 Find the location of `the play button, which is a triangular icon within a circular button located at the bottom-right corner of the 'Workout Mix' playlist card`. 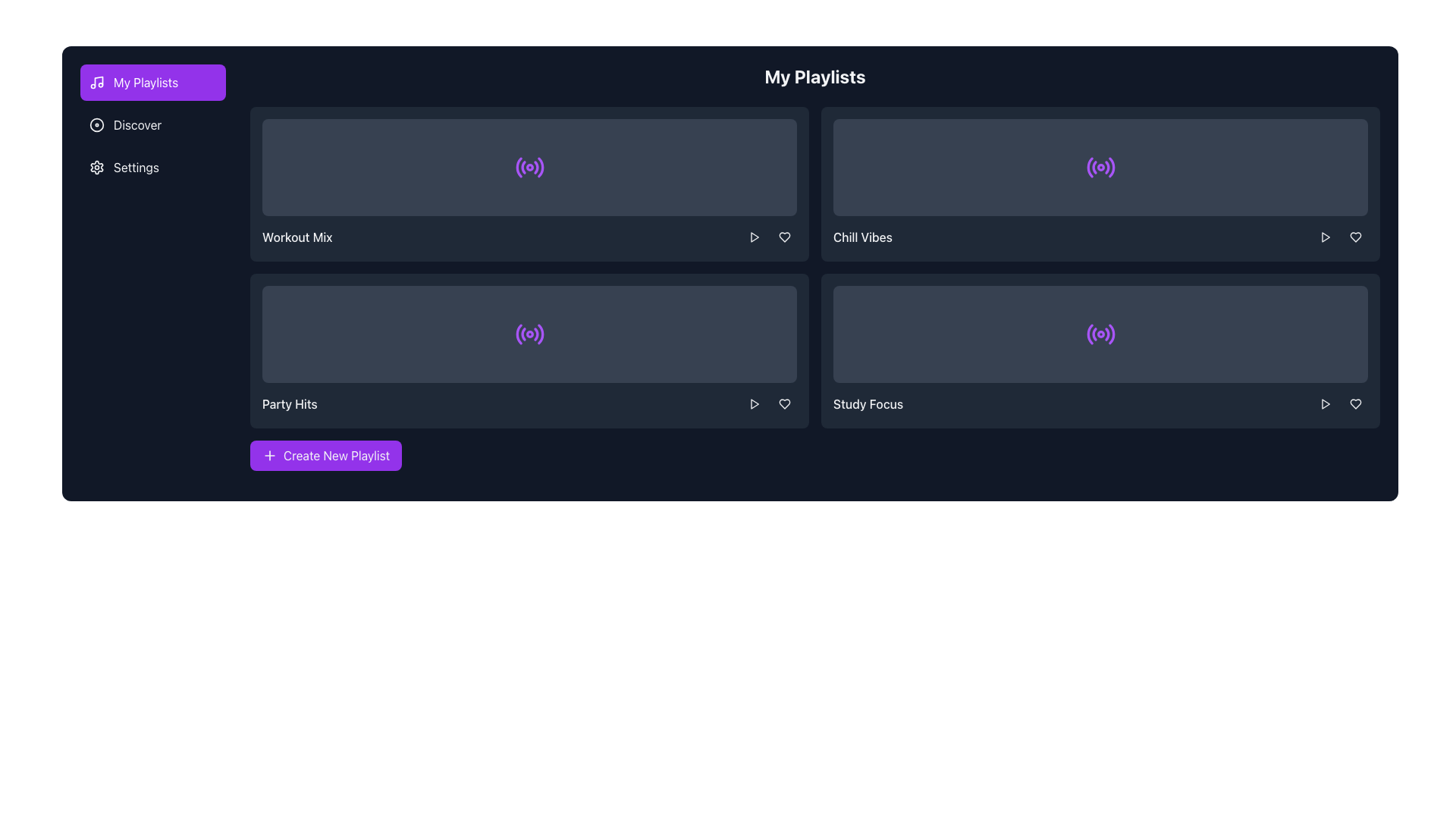

the play button, which is a triangular icon within a circular button located at the bottom-right corner of the 'Workout Mix' playlist card is located at coordinates (754, 237).